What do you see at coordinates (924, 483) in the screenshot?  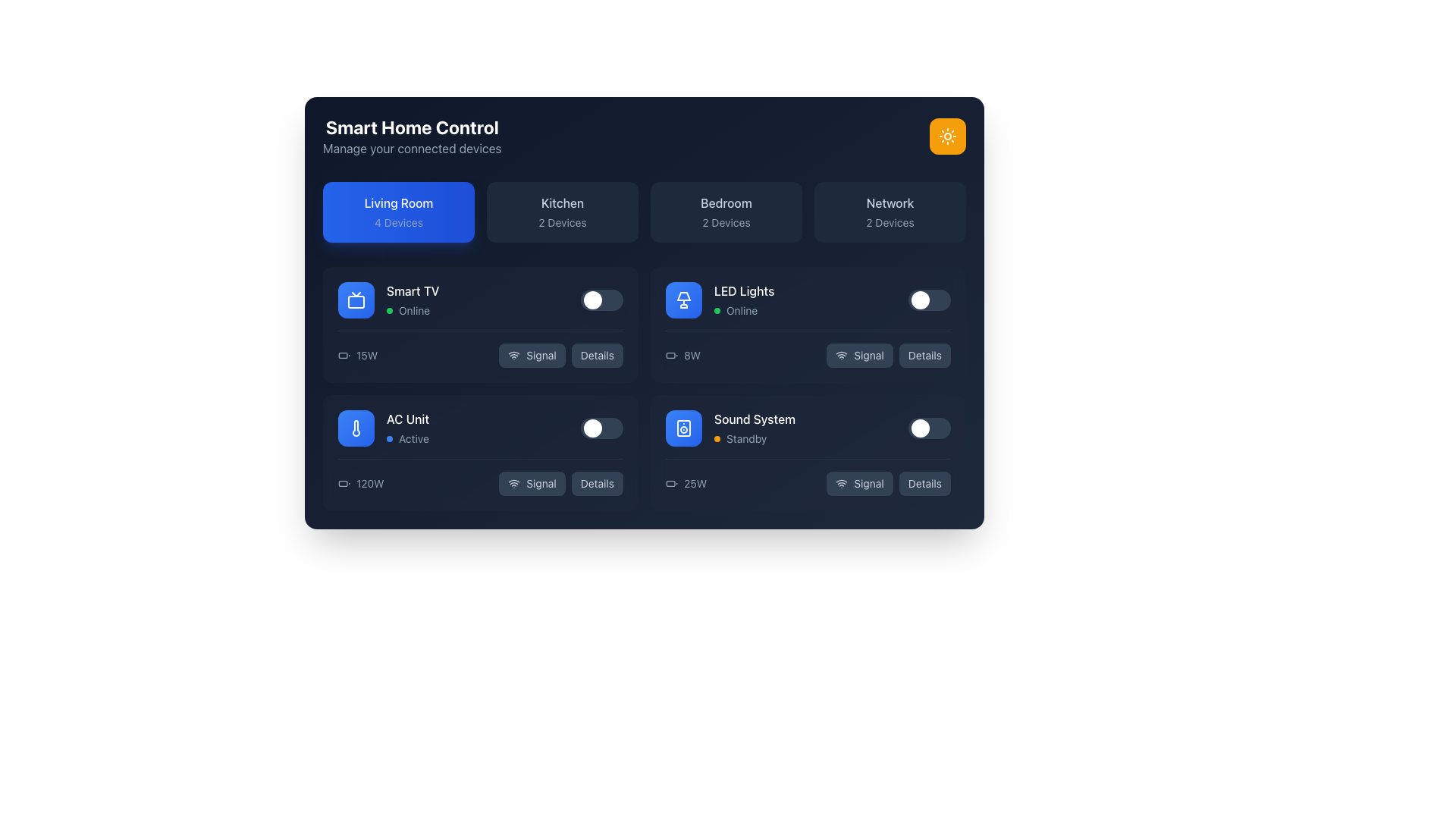 I see `the 'Details' button, which is a rectangular button with rounded corners, dark blue background, and white text, located near the bottom-right corner of the 'Sound System' section` at bounding box center [924, 483].